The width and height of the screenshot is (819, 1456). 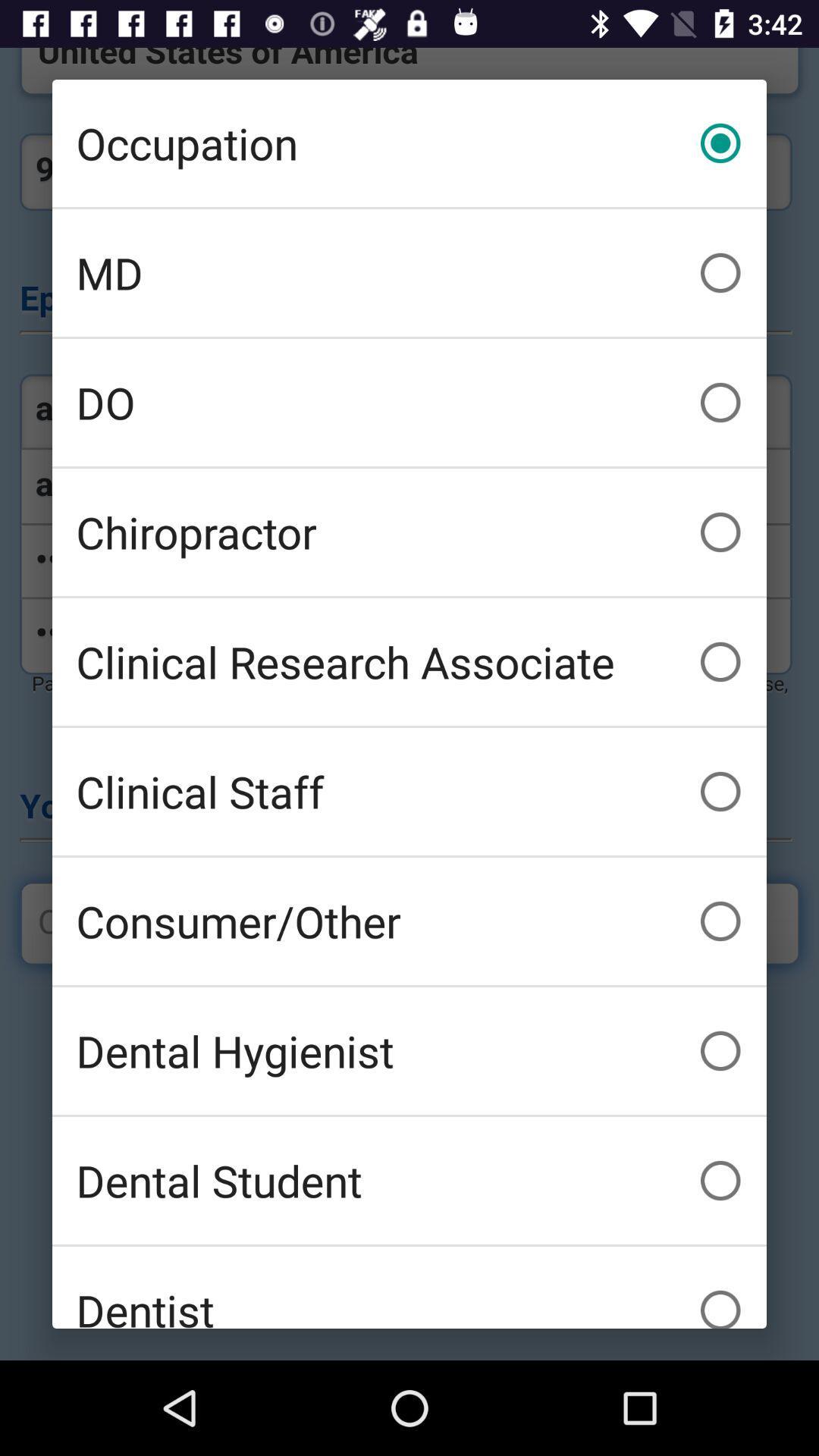 What do you see at coordinates (409, 662) in the screenshot?
I see `the icon below the chiropractor icon` at bounding box center [409, 662].